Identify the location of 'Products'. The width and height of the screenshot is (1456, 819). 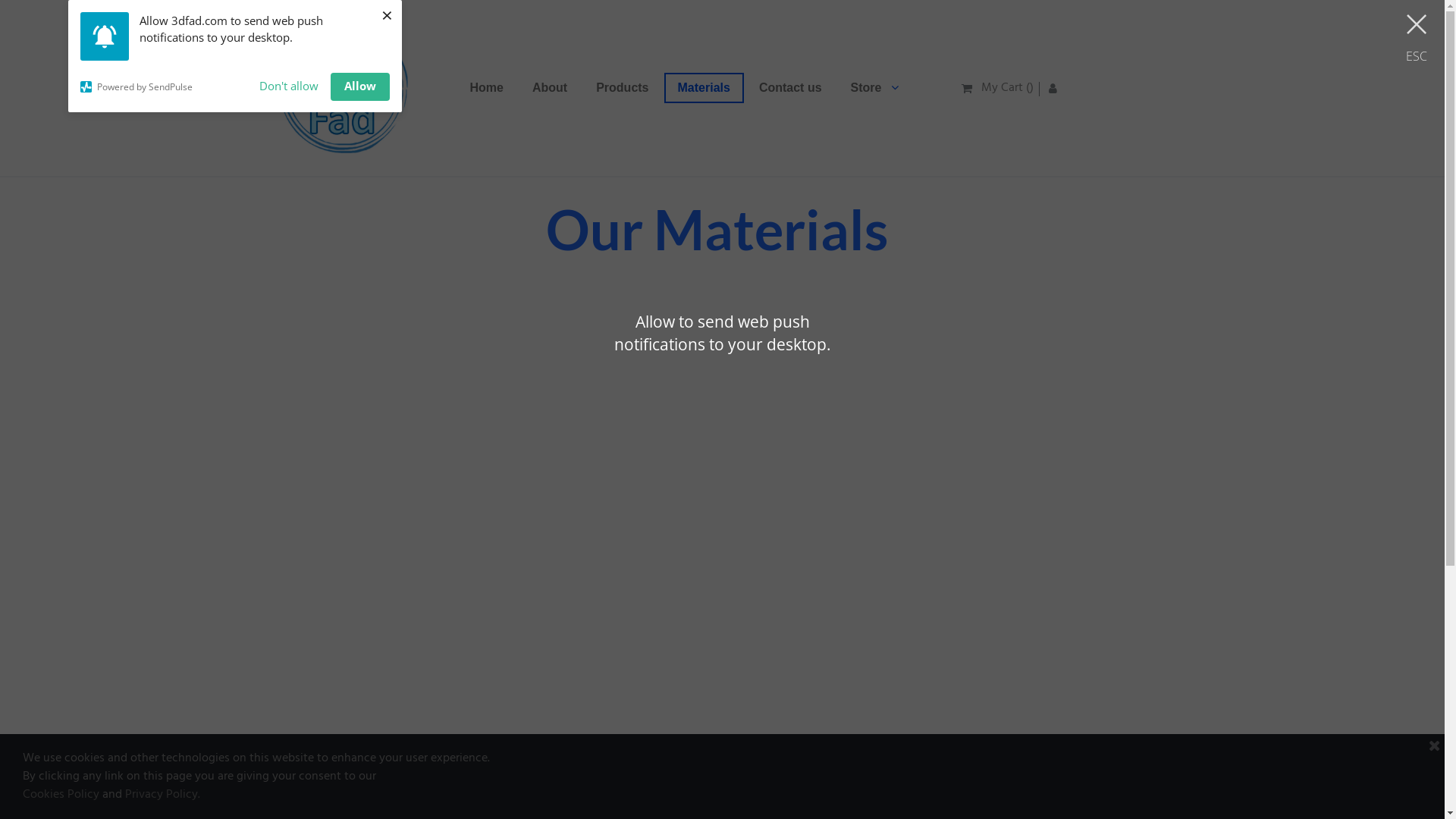
(622, 87).